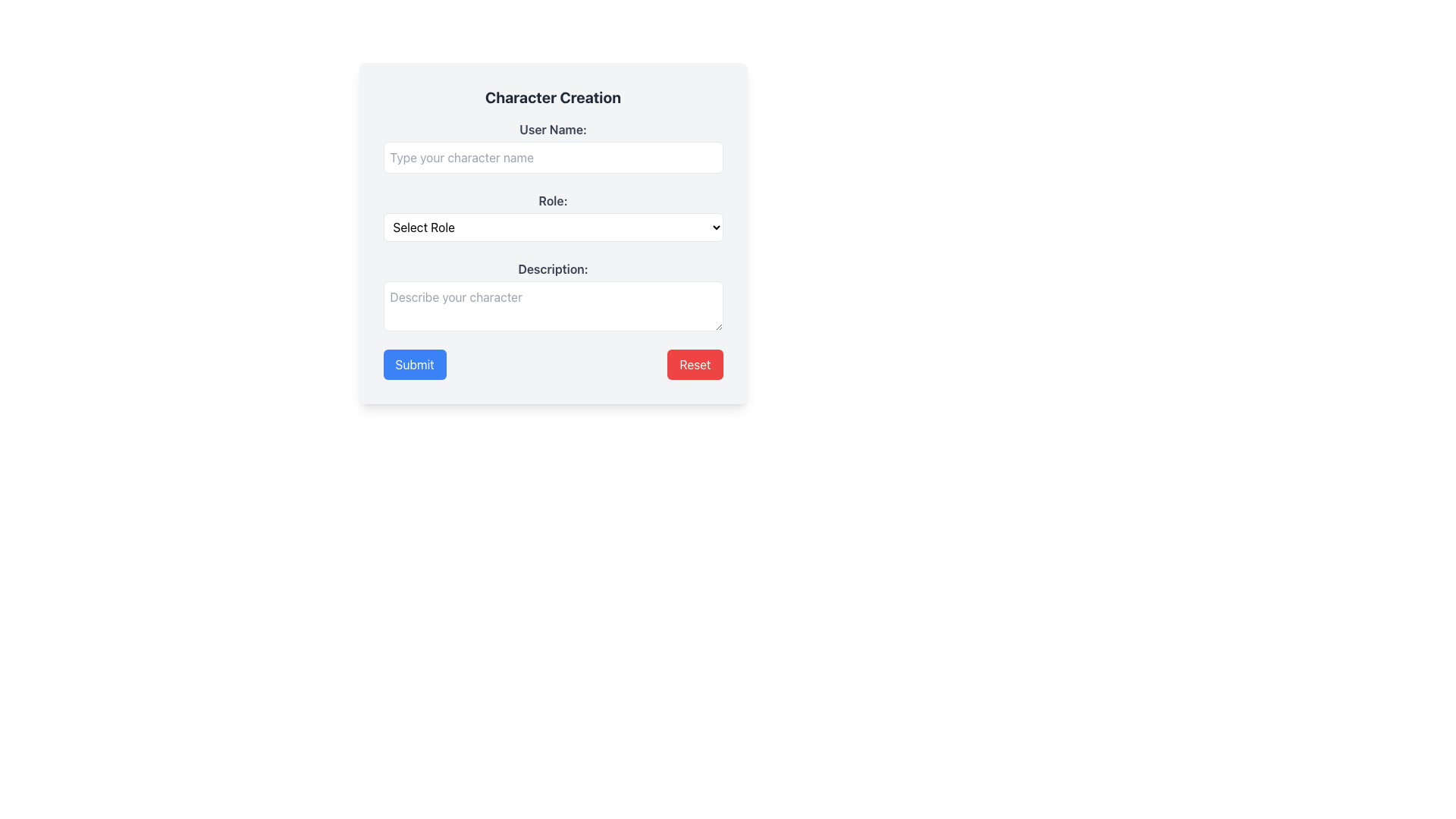 Image resolution: width=1456 pixels, height=819 pixels. I want to click on the rectangular blue 'Submit' button with white bold text to change its color, so click(415, 365).